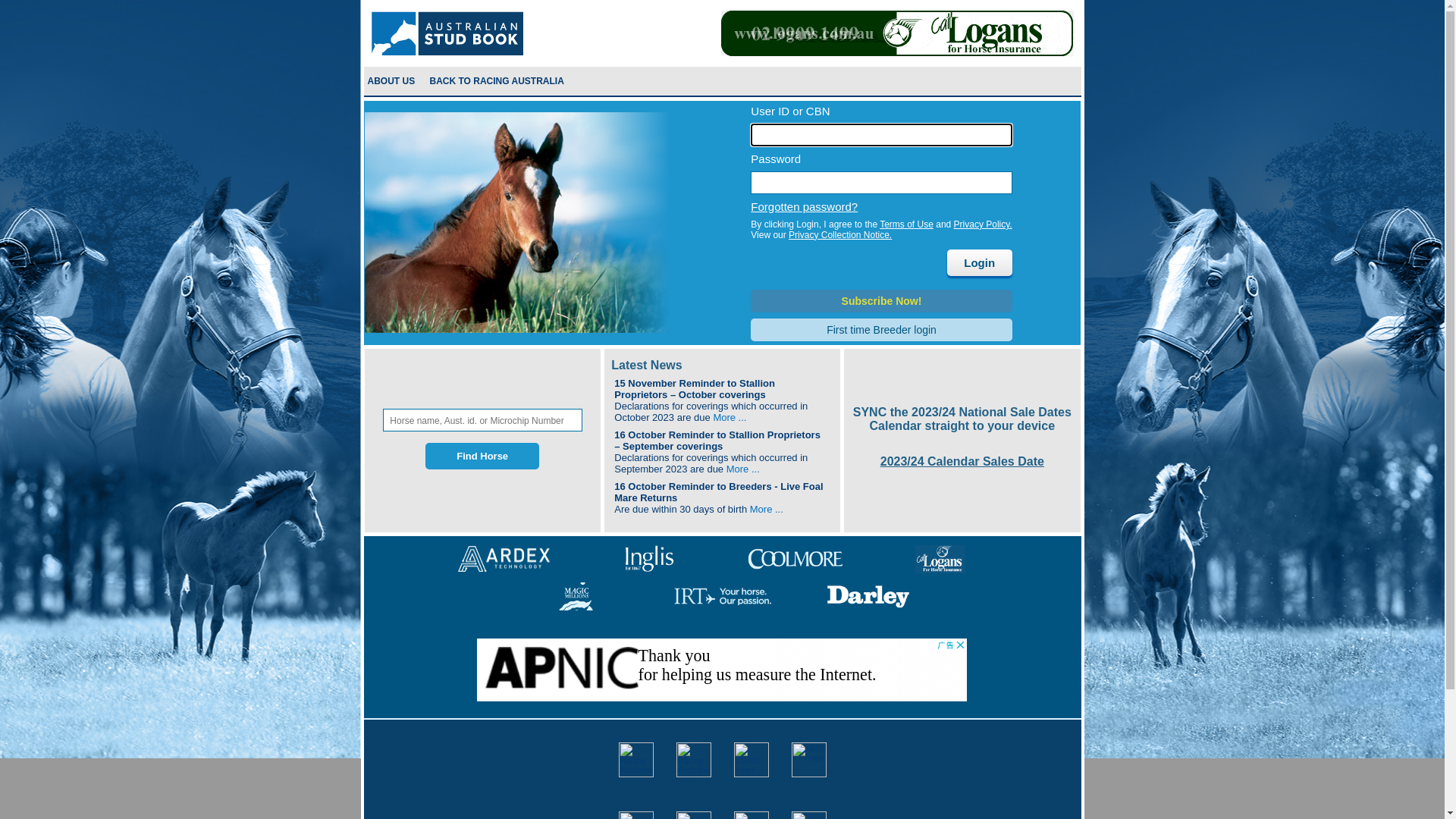 The width and height of the screenshot is (1456, 819). Describe the element at coordinates (498, 81) in the screenshot. I see `'Back to Racing Australia'` at that location.